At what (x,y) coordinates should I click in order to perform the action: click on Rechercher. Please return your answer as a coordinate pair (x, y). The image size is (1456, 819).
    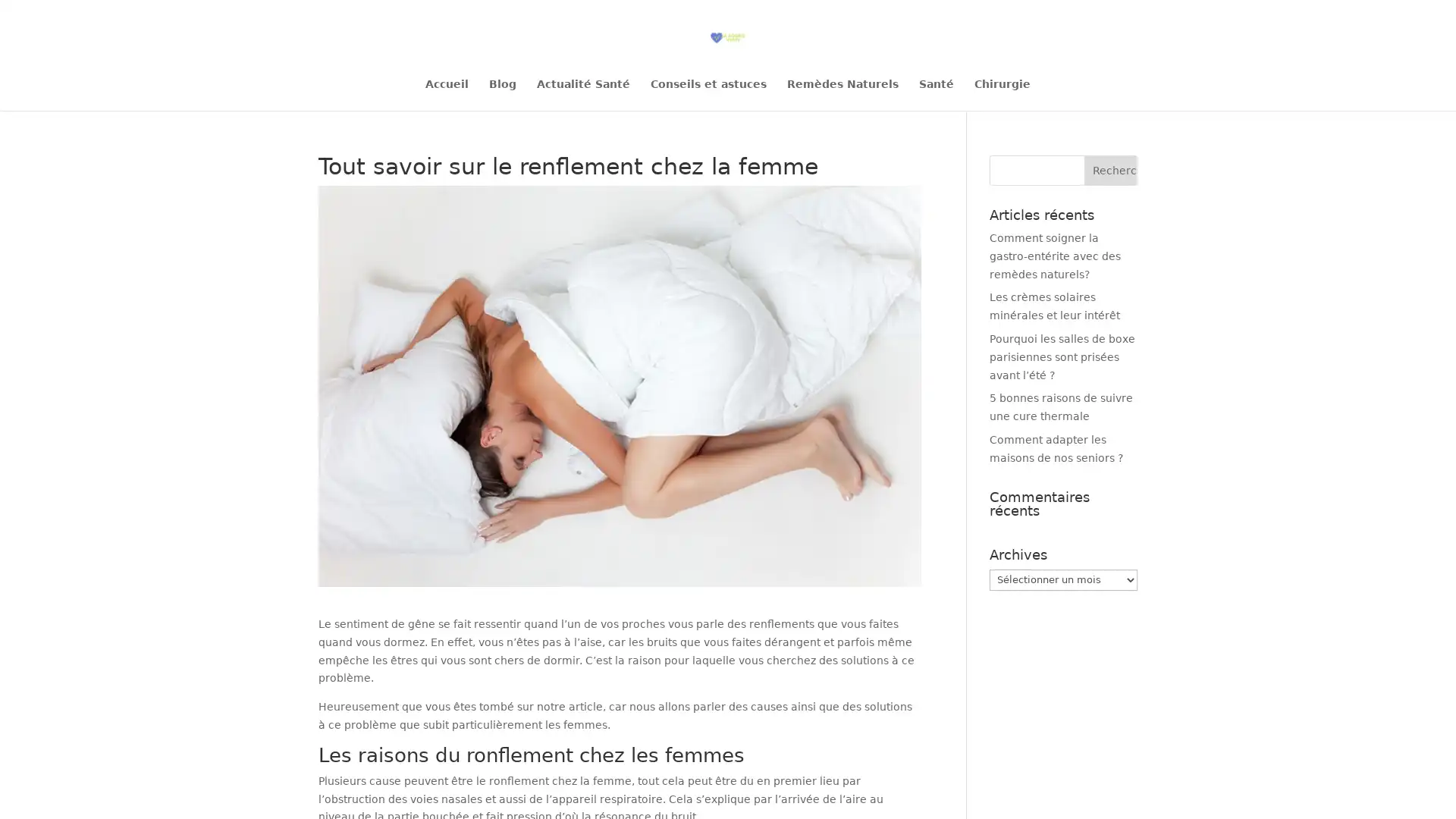
    Looking at the image, I should click on (1110, 169).